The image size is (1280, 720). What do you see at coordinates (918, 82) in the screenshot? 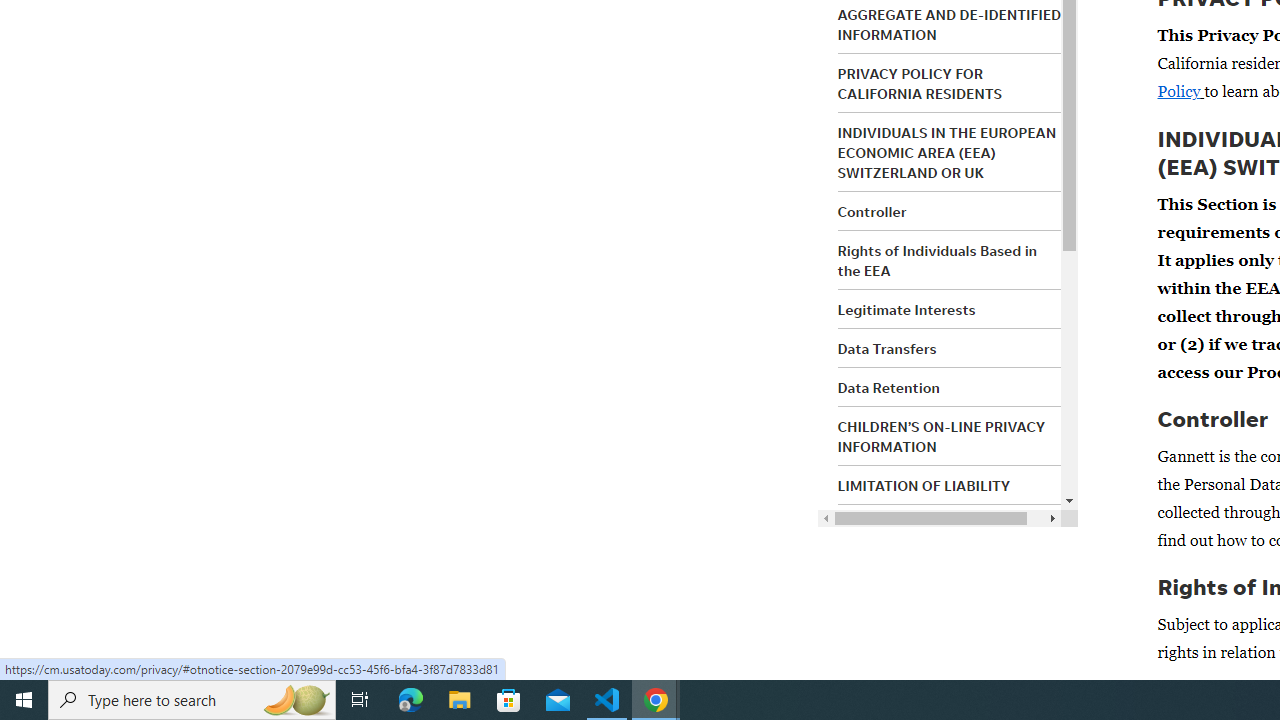
I see `'PRIVACY POLICY FOR CALIFORNIA RESIDENTS'` at bounding box center [918, 82].